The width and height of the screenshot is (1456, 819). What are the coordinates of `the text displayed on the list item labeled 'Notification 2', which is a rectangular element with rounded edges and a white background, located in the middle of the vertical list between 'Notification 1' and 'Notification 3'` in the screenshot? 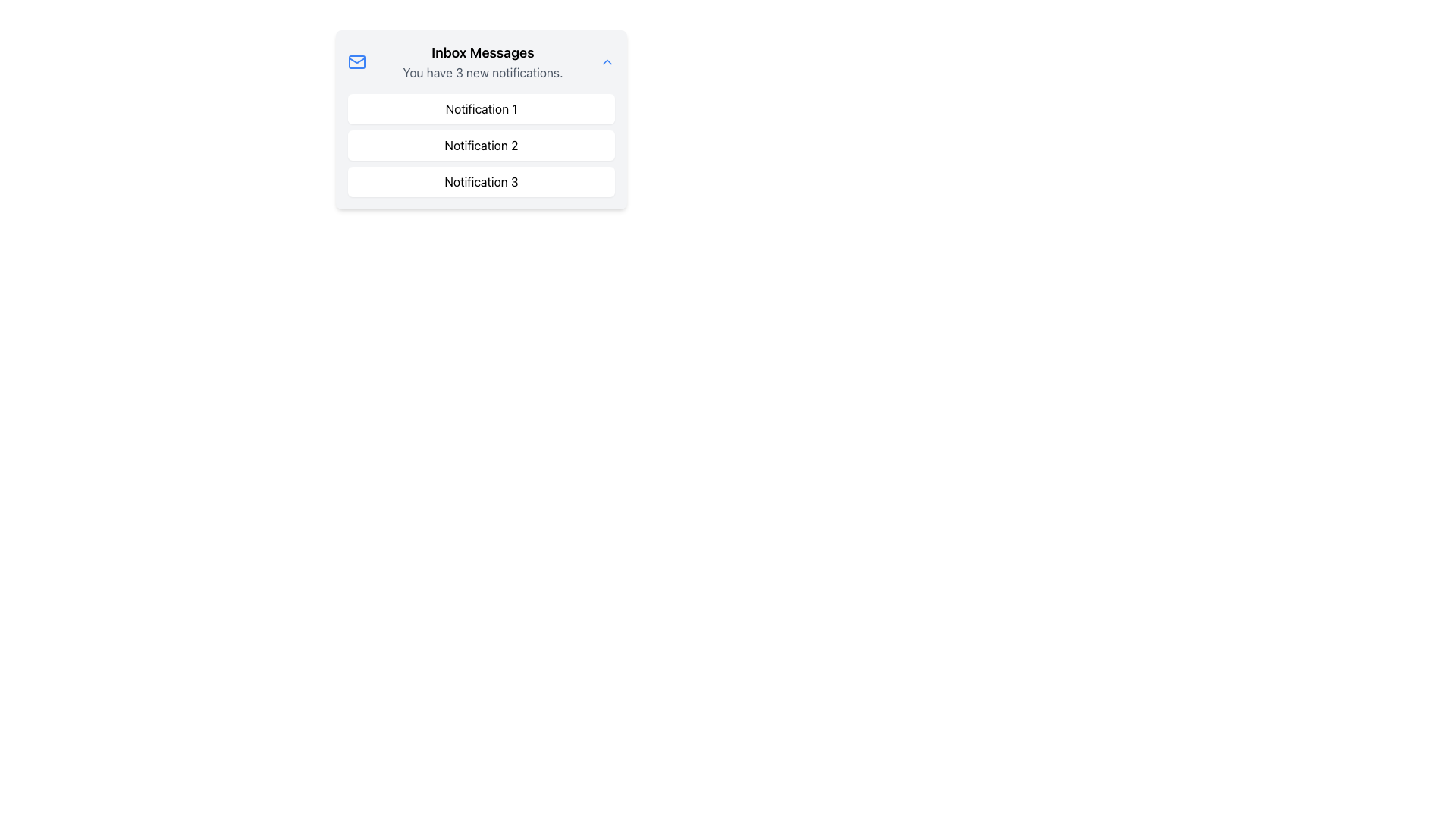 It's located at (480, 146).